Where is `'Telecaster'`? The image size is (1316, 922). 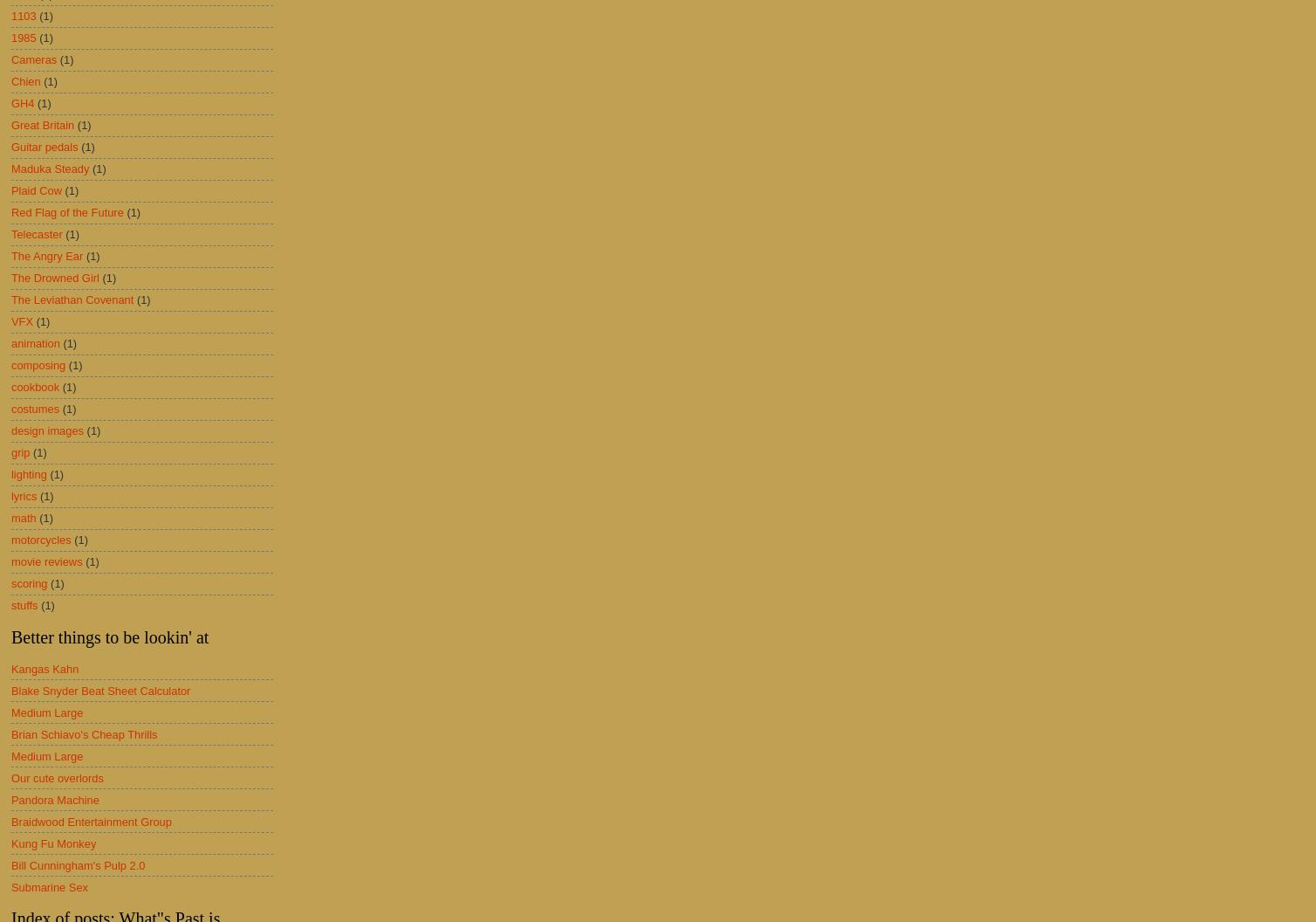 'Telecaster' is located at coordinates (37, 234).